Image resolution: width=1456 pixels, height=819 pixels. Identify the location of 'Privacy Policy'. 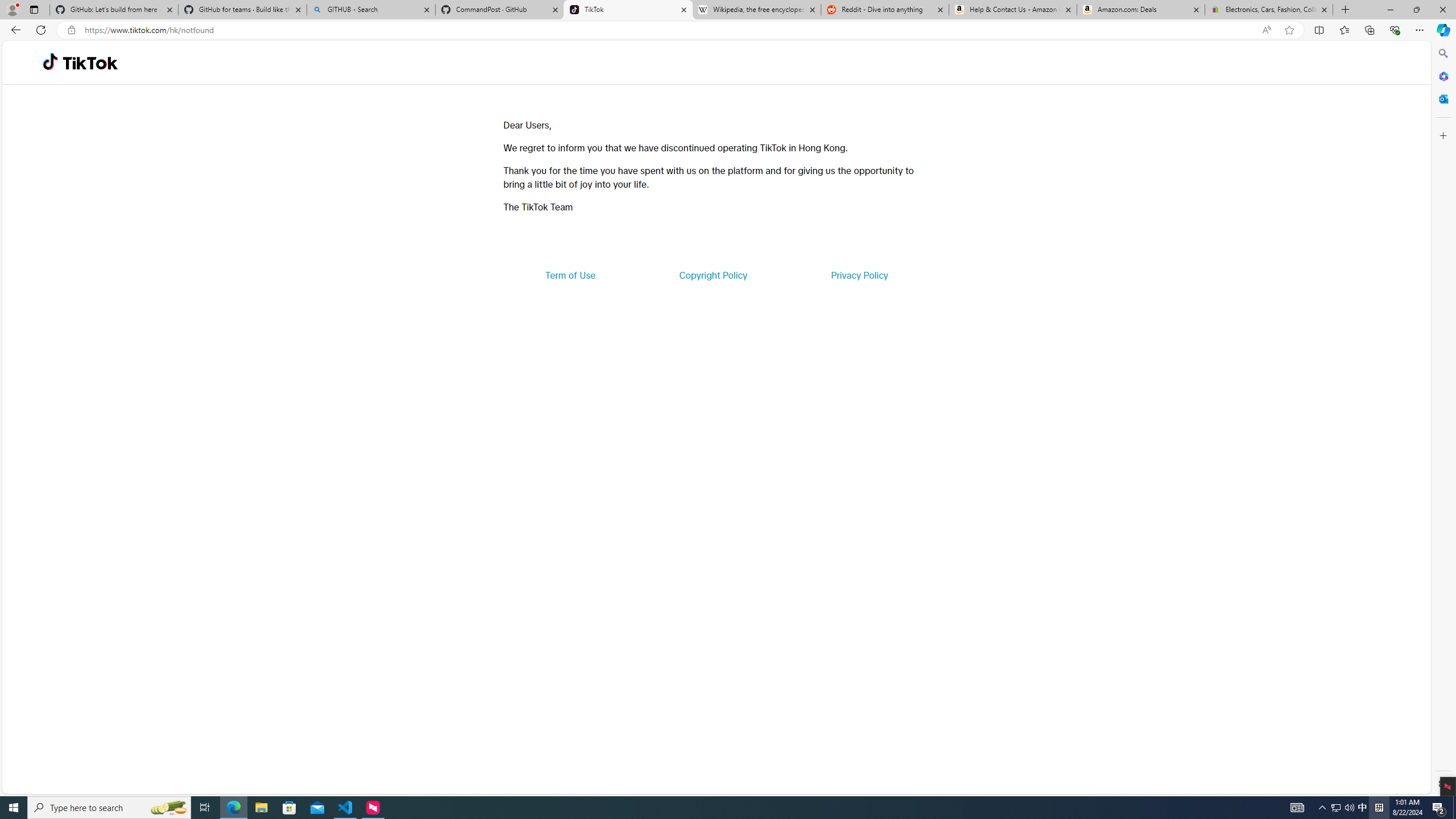
(858, 274).